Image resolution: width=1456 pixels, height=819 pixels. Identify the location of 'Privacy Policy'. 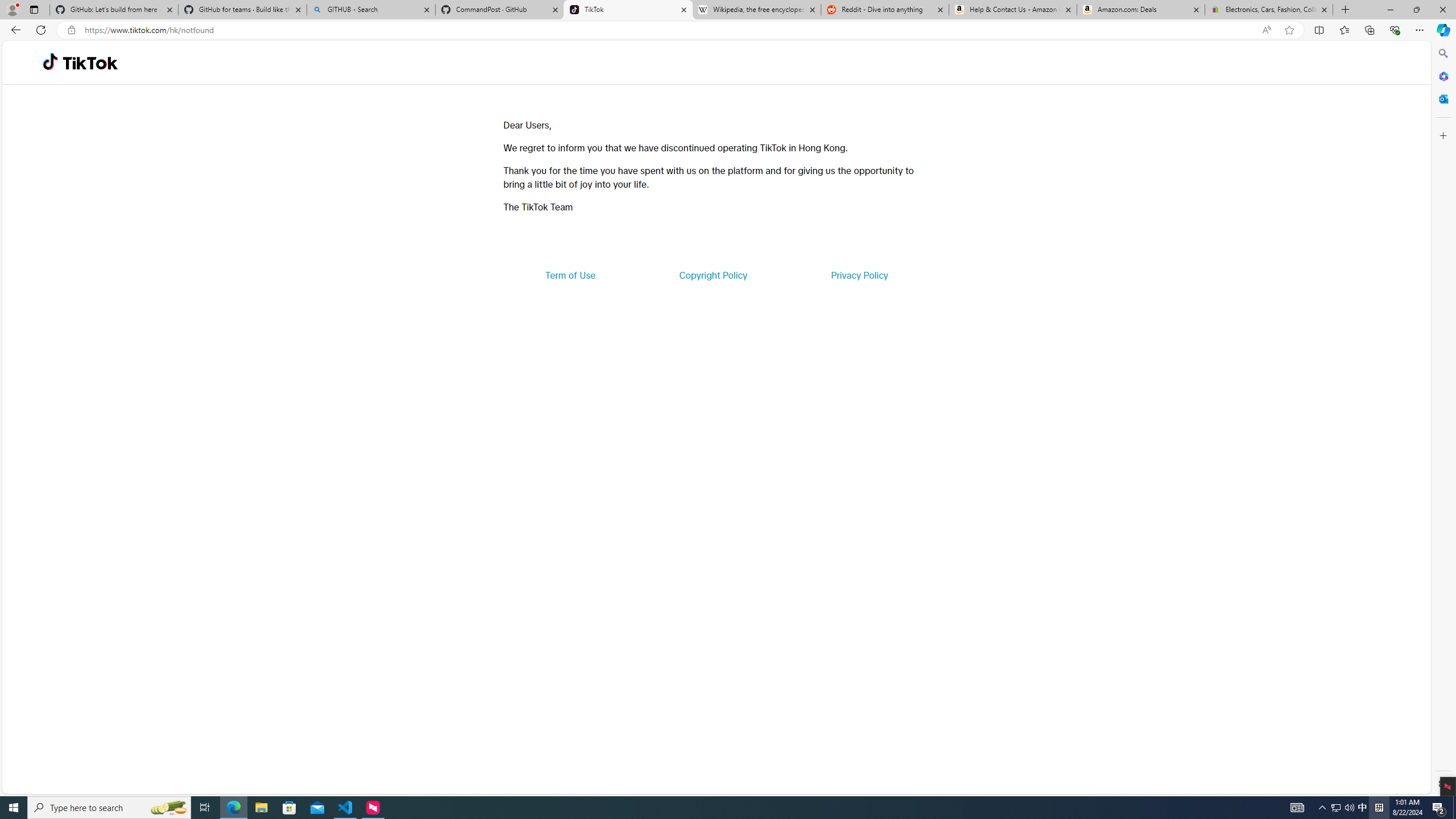
(858, 274).